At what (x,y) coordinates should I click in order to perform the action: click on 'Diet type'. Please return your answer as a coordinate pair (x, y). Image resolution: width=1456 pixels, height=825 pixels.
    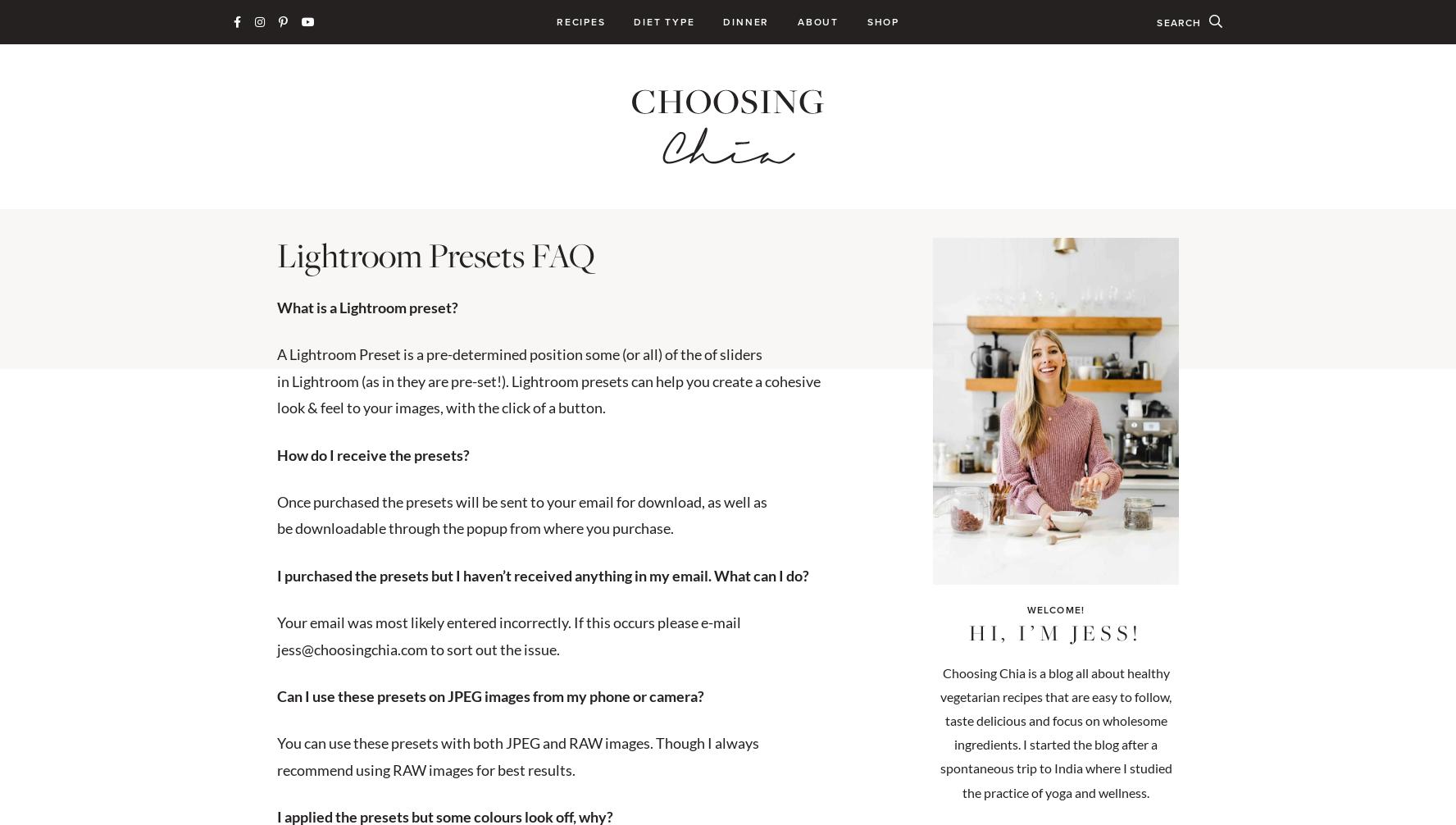
    Looking at the image, I should click on (632, 21).